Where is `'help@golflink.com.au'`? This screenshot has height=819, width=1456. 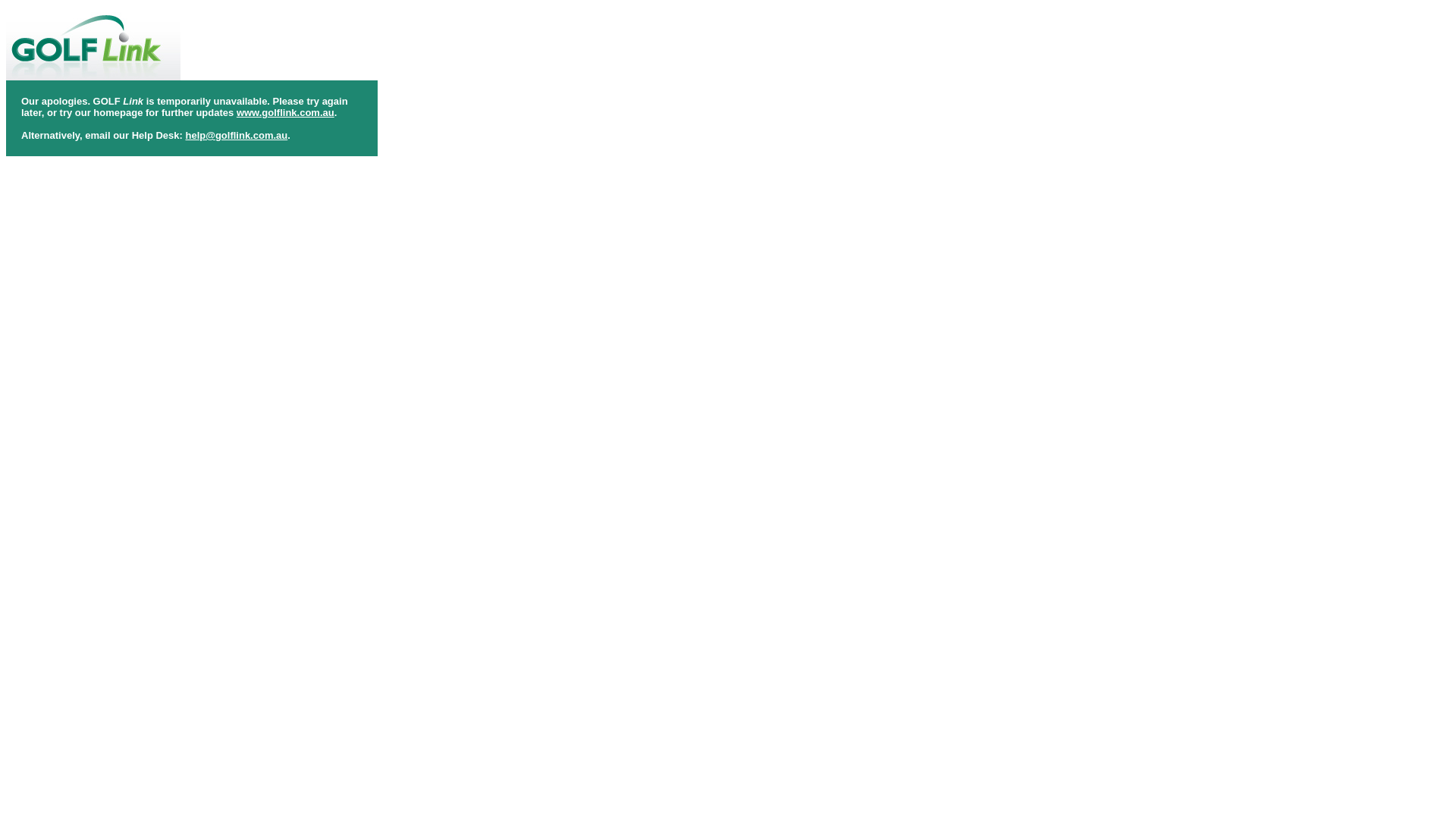 'help@golflink.com.au' is located at coordinates (235, 134).